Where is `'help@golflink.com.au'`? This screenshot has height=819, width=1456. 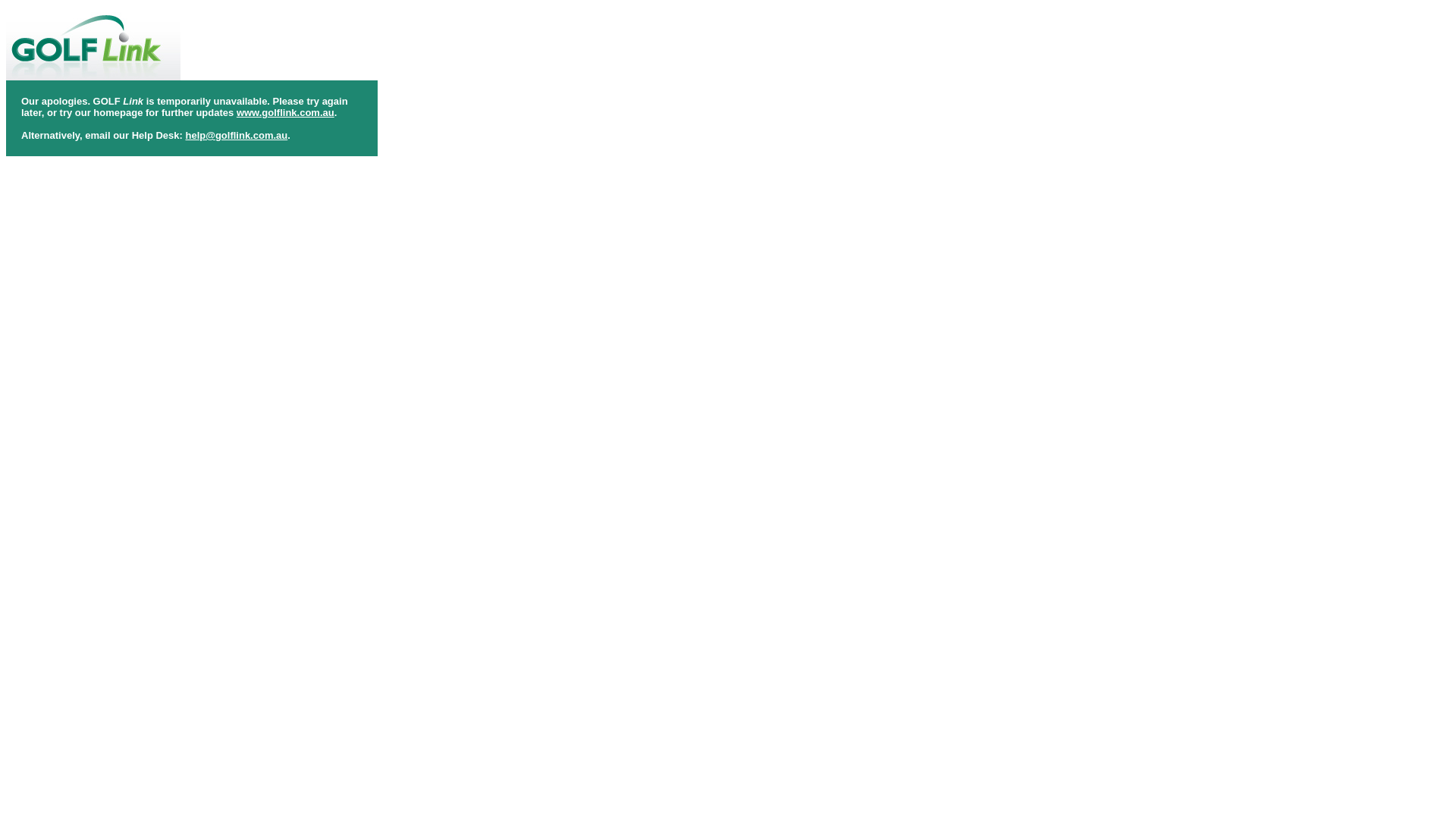 'help@golflink.com.au' is located at coordinates (235, 134).